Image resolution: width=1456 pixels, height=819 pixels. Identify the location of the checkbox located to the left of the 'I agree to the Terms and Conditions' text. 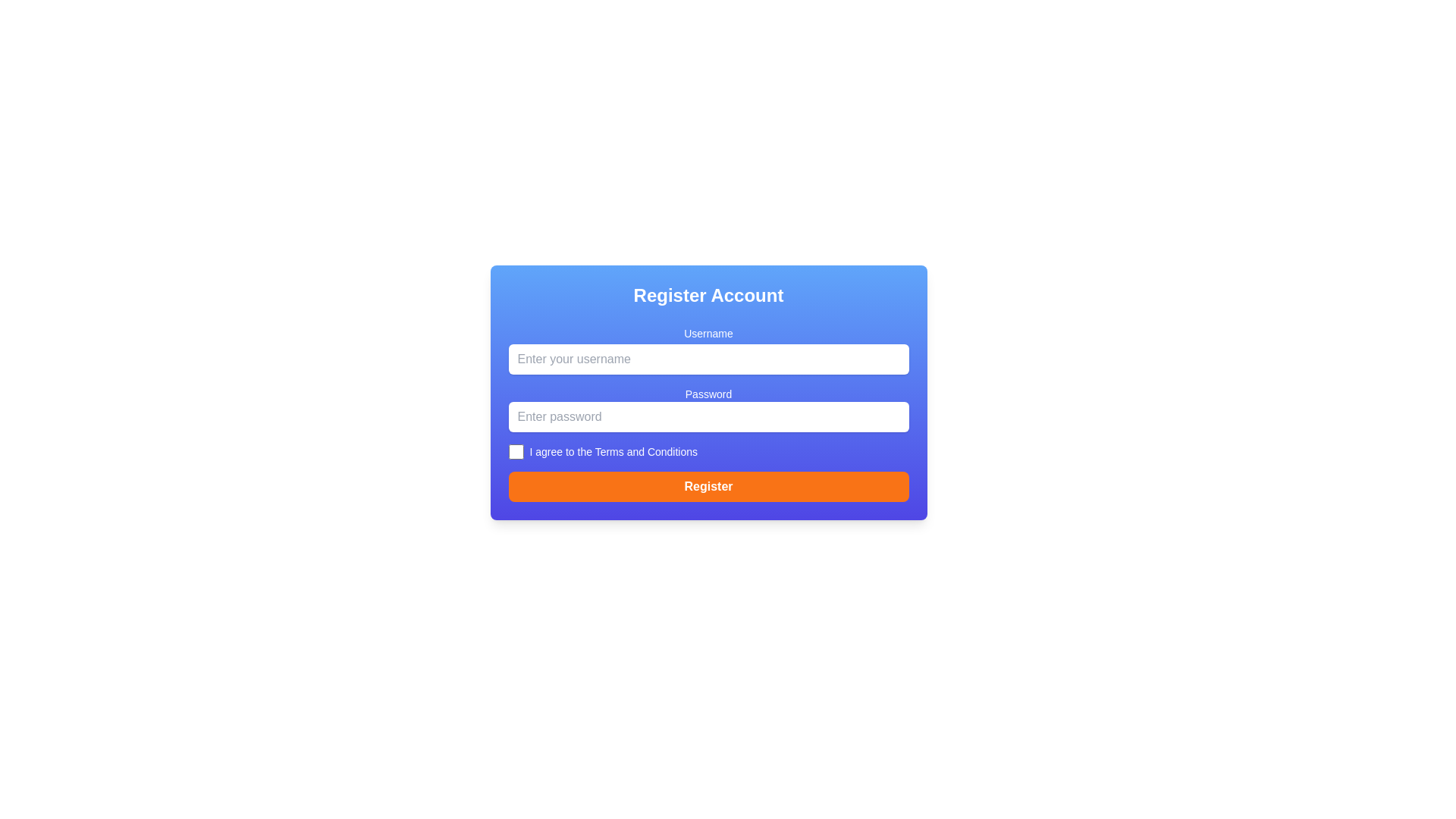
(516, 451).